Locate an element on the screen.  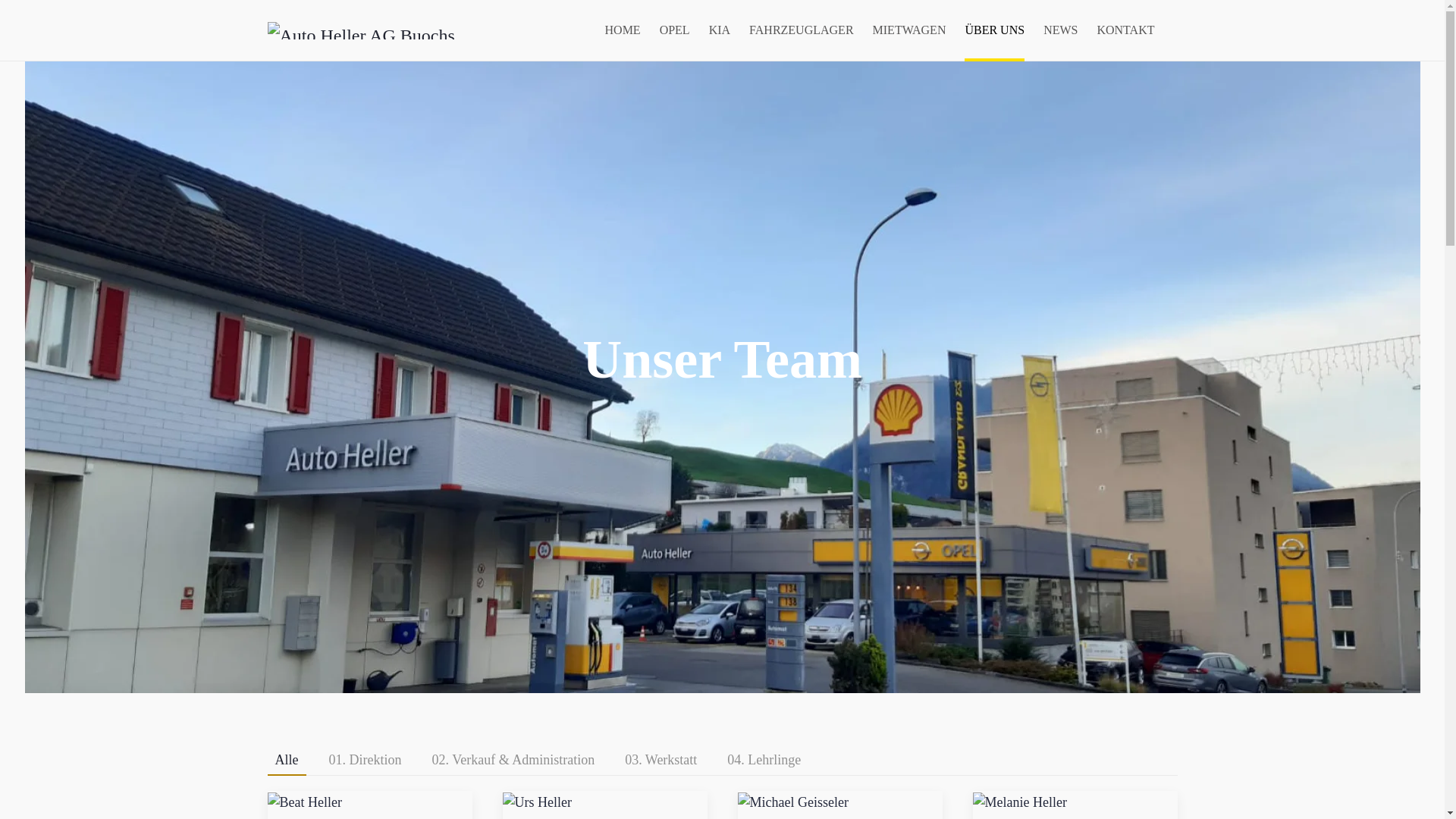
'Alle' is located at coordinates (266, 761).